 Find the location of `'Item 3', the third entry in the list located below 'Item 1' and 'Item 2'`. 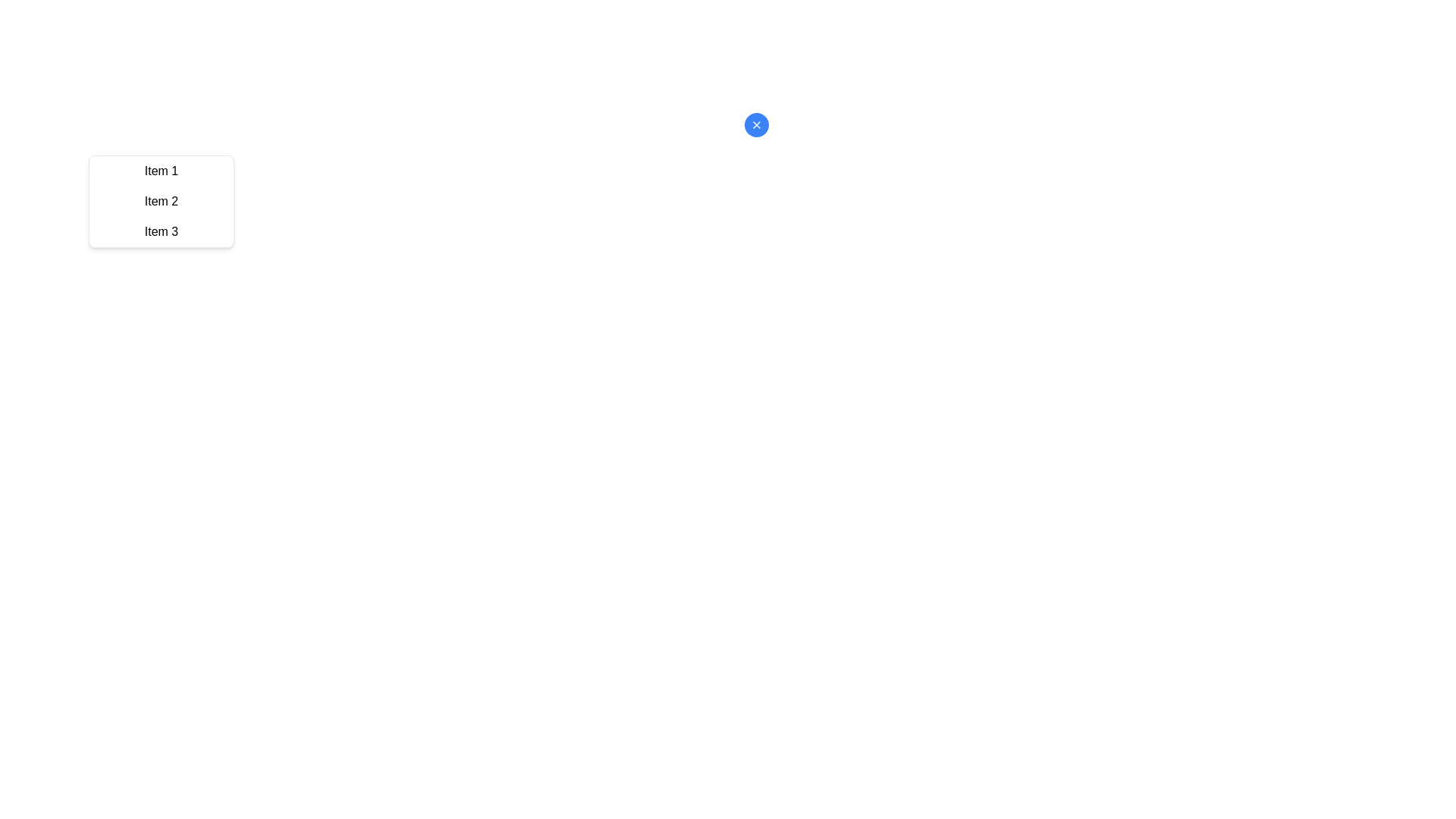

'Item 3', the third entry in the list located below 'Item 1' and 'Item 2' is located at coordinates (161, 231).